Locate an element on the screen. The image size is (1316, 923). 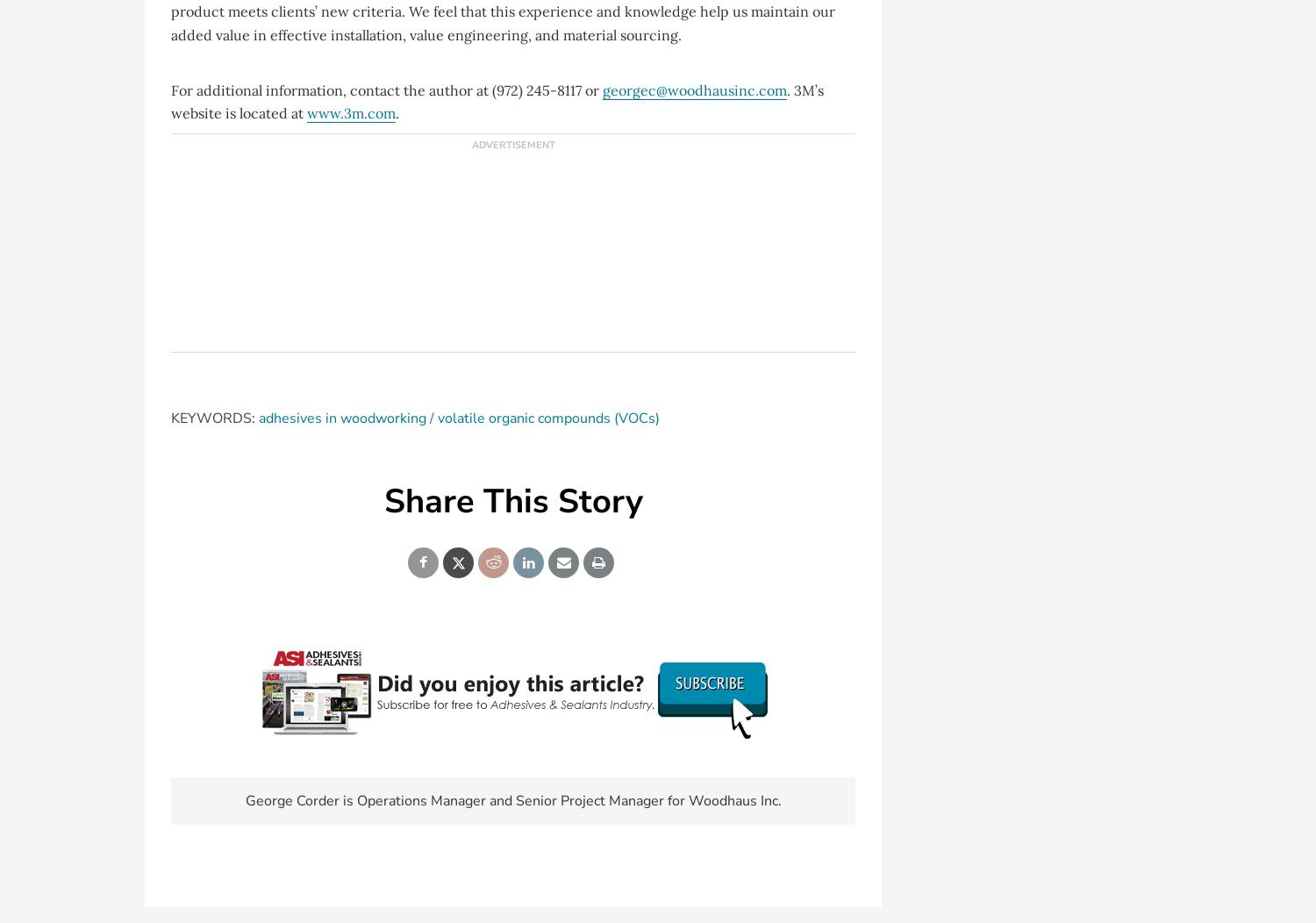
'volatile organic compounds (VOCs)' is located at coordinates (548, 418).